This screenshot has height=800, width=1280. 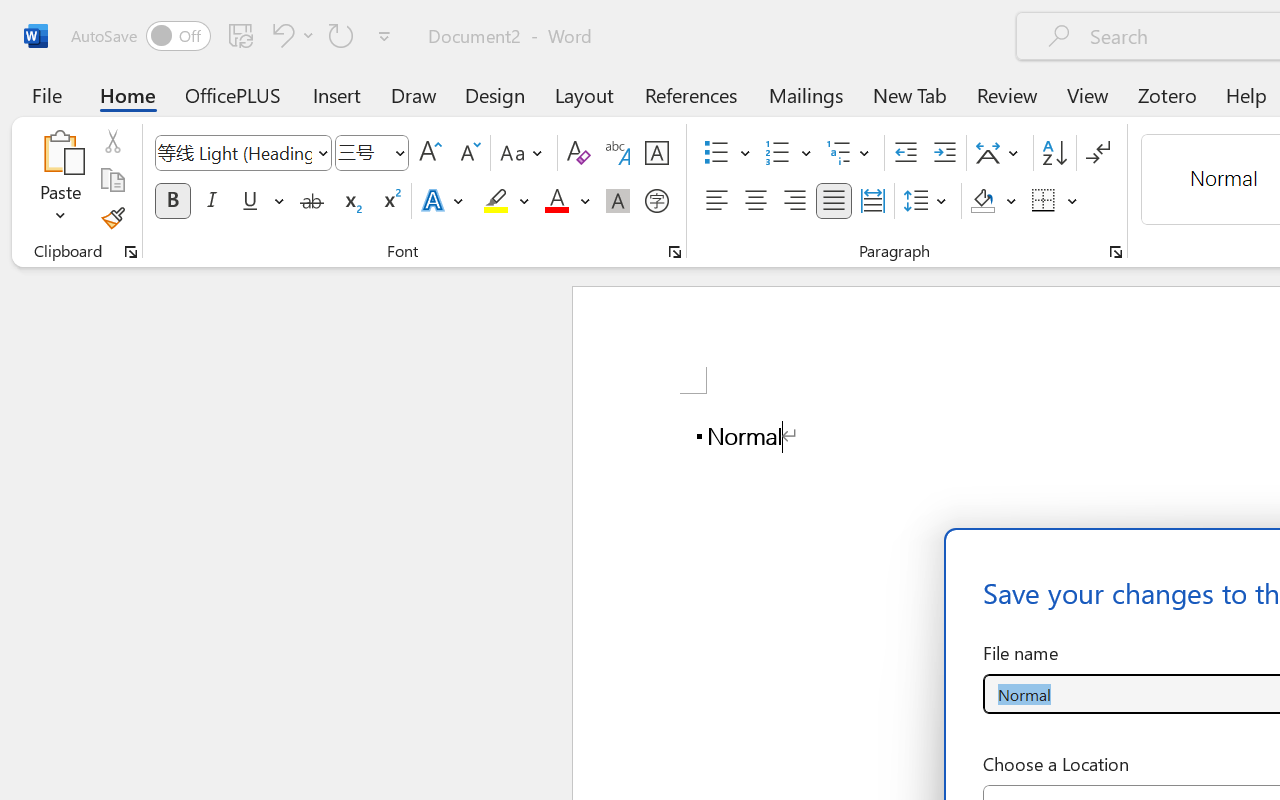 I want to click on 'Underline', so click(x=260, y=201).